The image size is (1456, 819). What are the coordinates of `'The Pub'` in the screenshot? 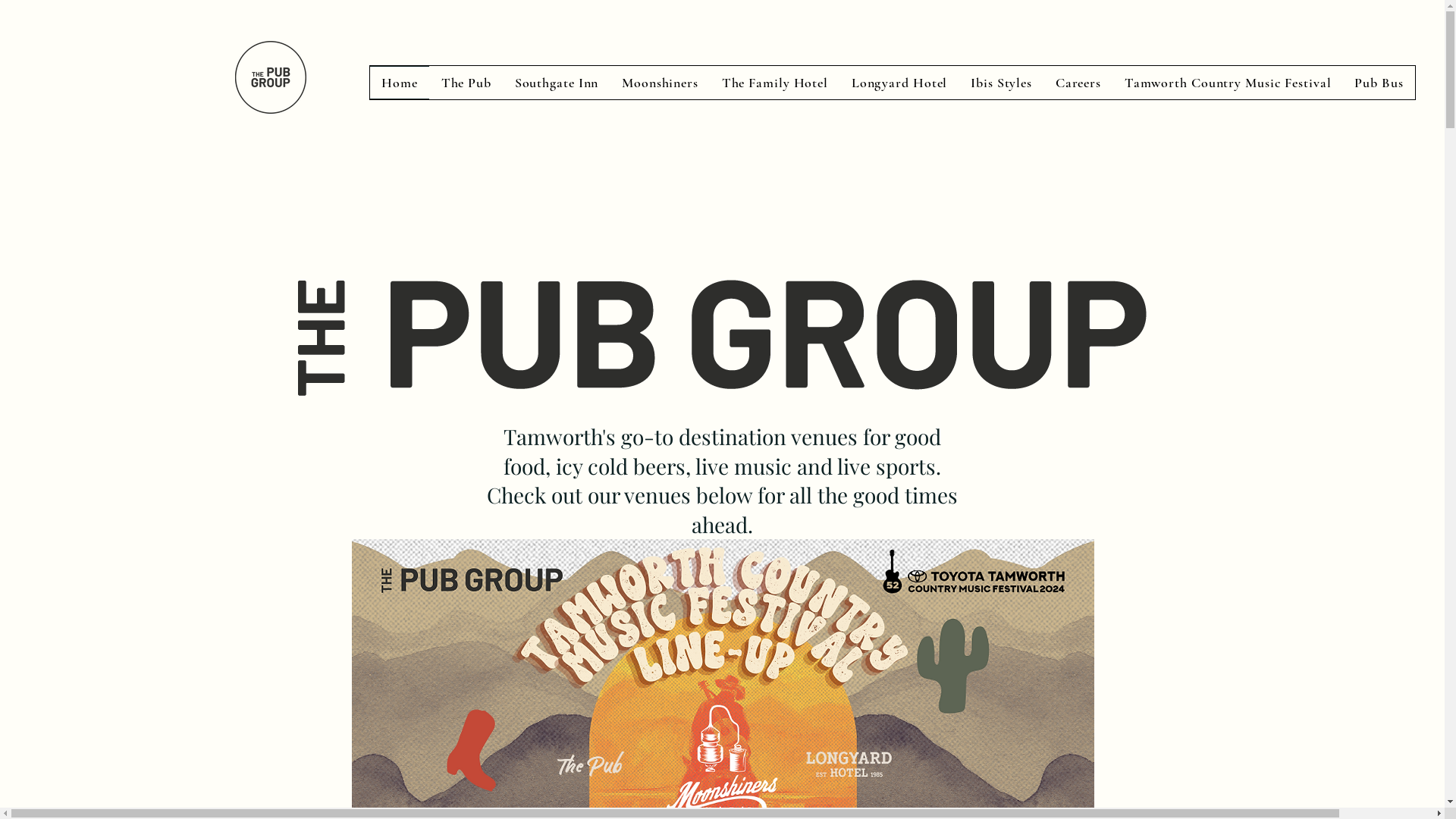 It's located at (465, 82).